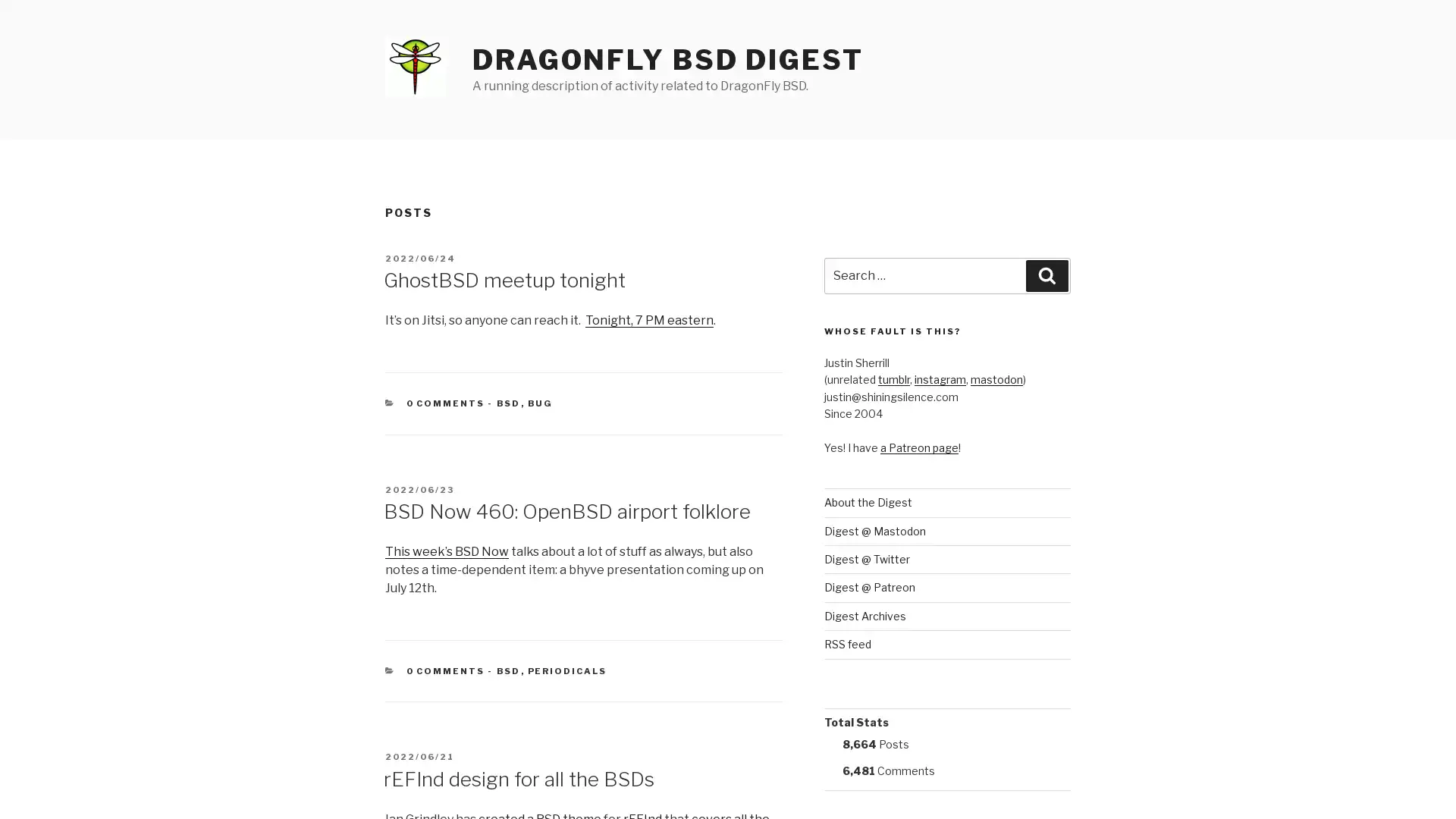 The image size is (1456, 819). Describe the element at coordinates (1046, 275) in the screenshot. I see `Search` at that location.